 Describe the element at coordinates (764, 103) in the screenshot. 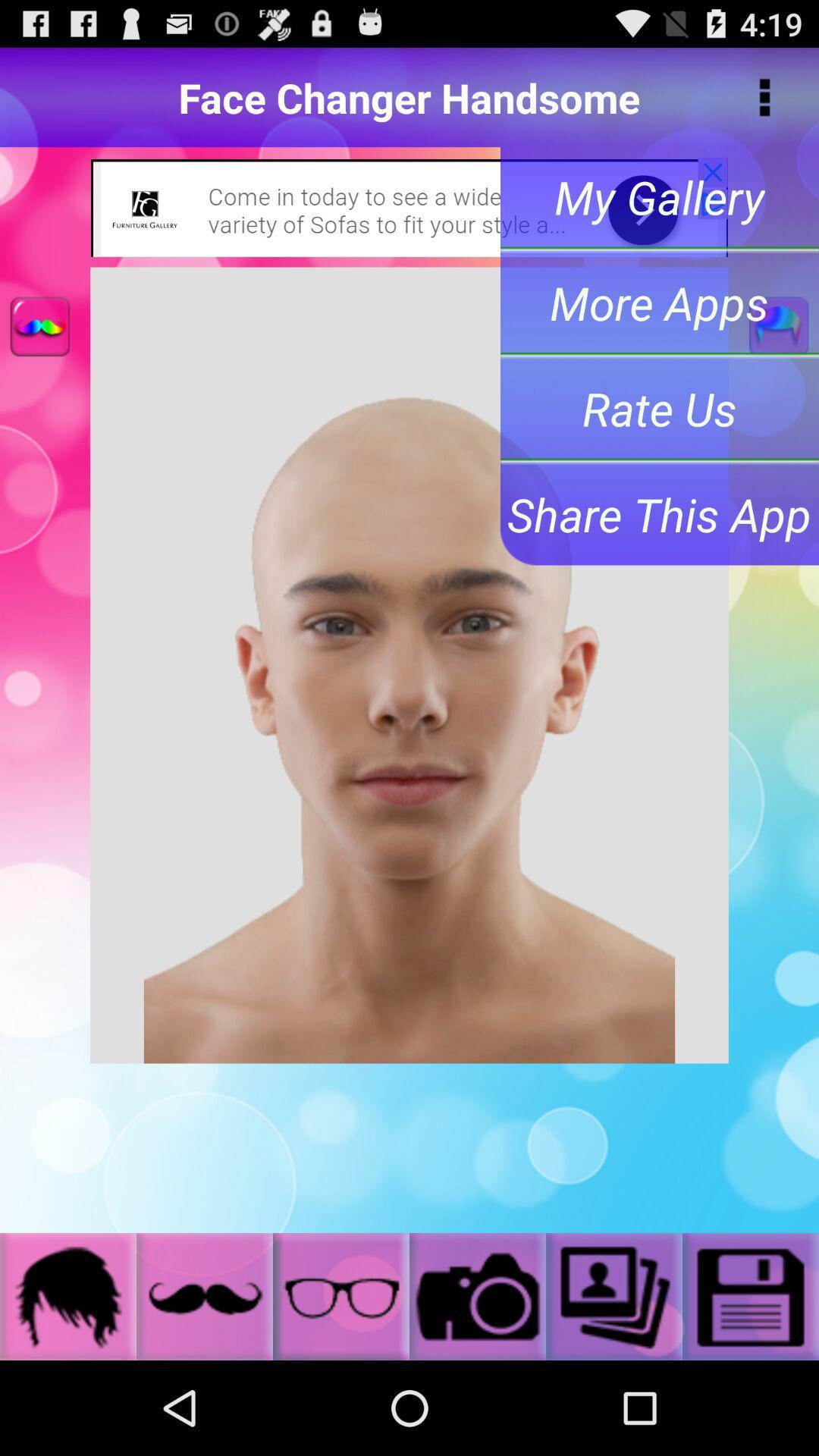

I see `the more icon` at that location.